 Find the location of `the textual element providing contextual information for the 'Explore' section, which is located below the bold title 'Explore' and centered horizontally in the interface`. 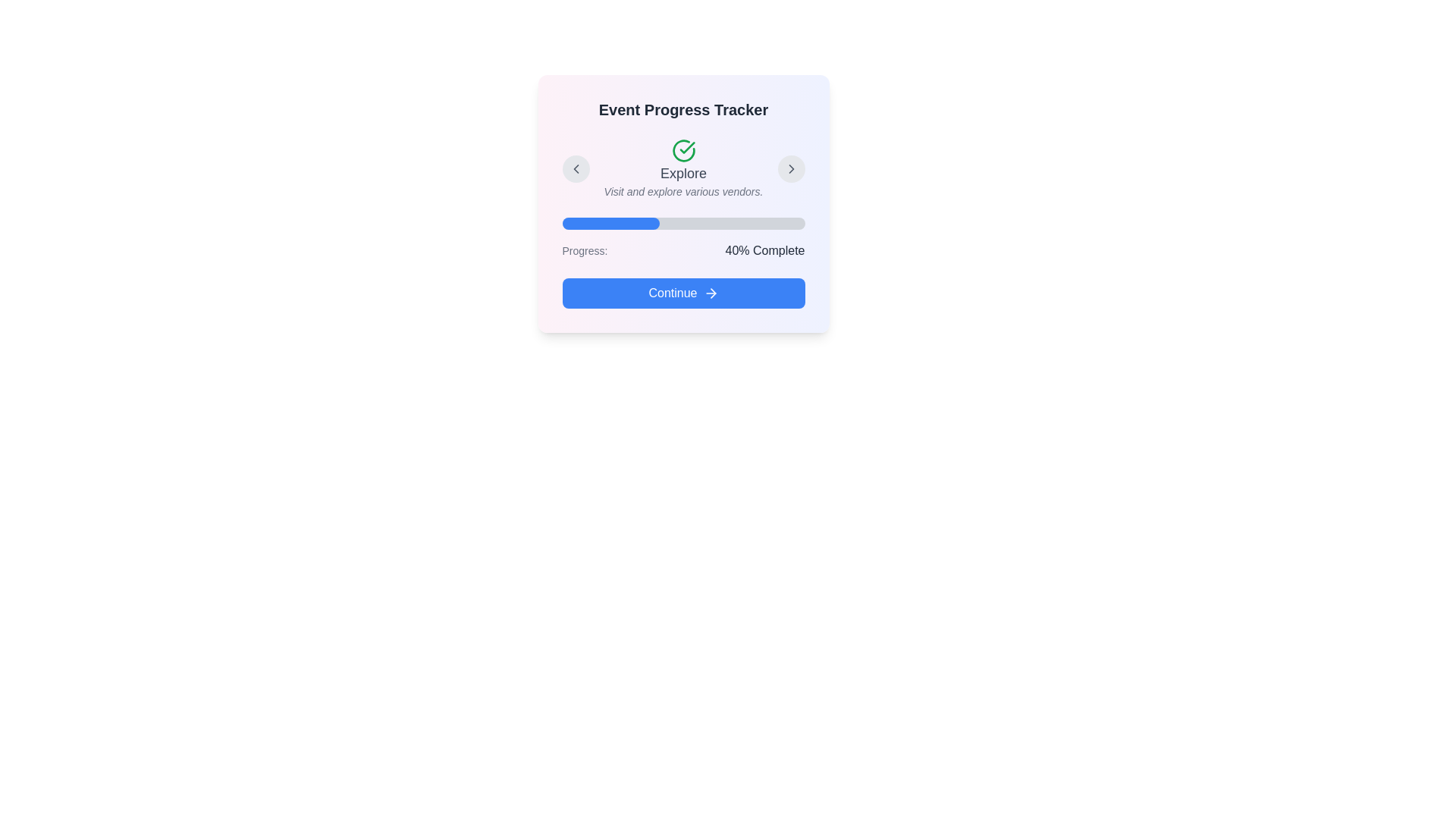

the textual element providing contextual information for the 'Explore' section, which is located below the bold title 'Explore' and centered horizontally in the interface is located at coordinates (682, 191).